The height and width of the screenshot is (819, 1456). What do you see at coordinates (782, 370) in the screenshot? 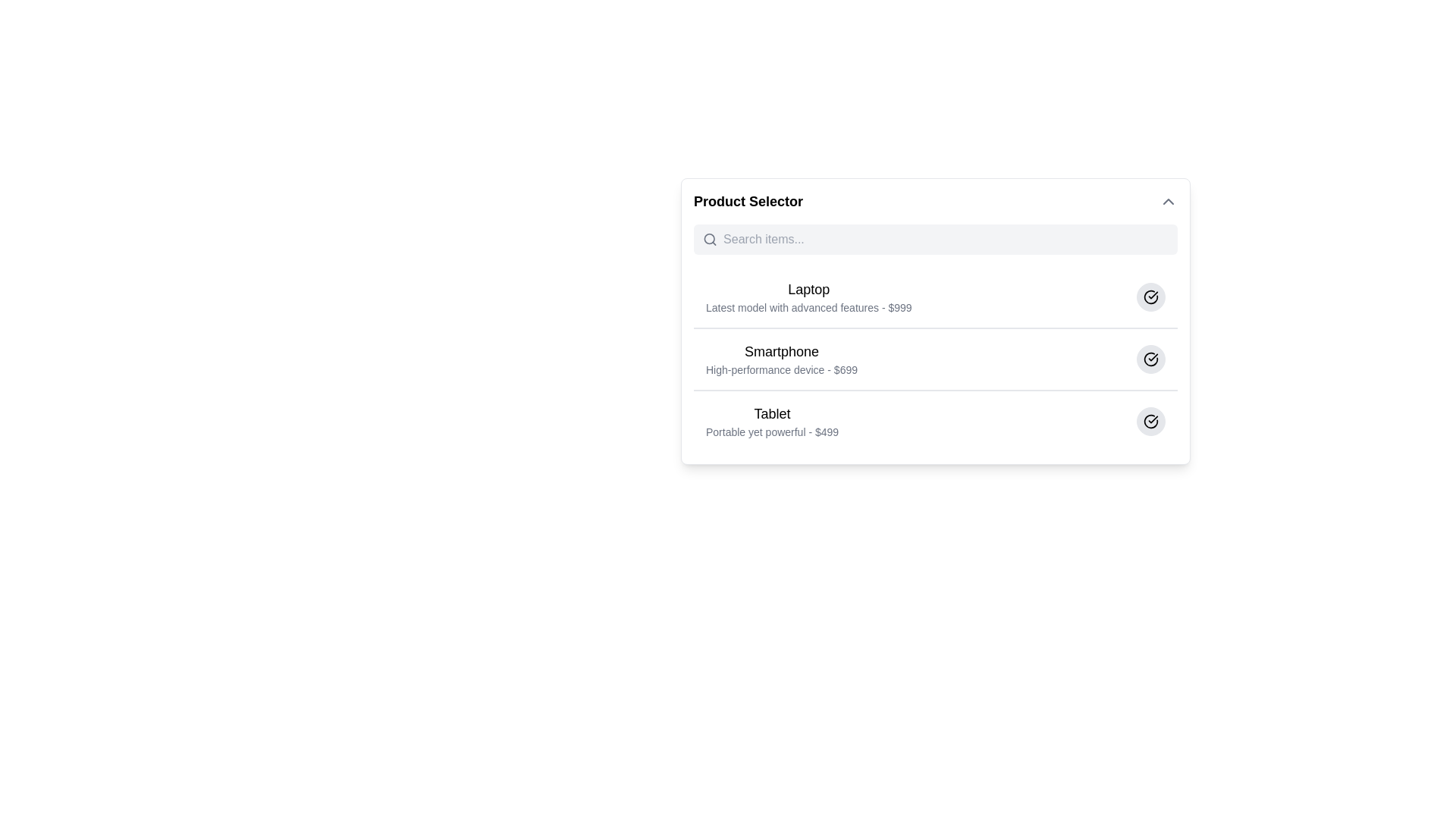
I see `the label text reading 'High-performance device - $699', which is styled in a small, light gray font and positioned directly beneath the bold header 'Smartphone'` at bounding box center [782, 370].